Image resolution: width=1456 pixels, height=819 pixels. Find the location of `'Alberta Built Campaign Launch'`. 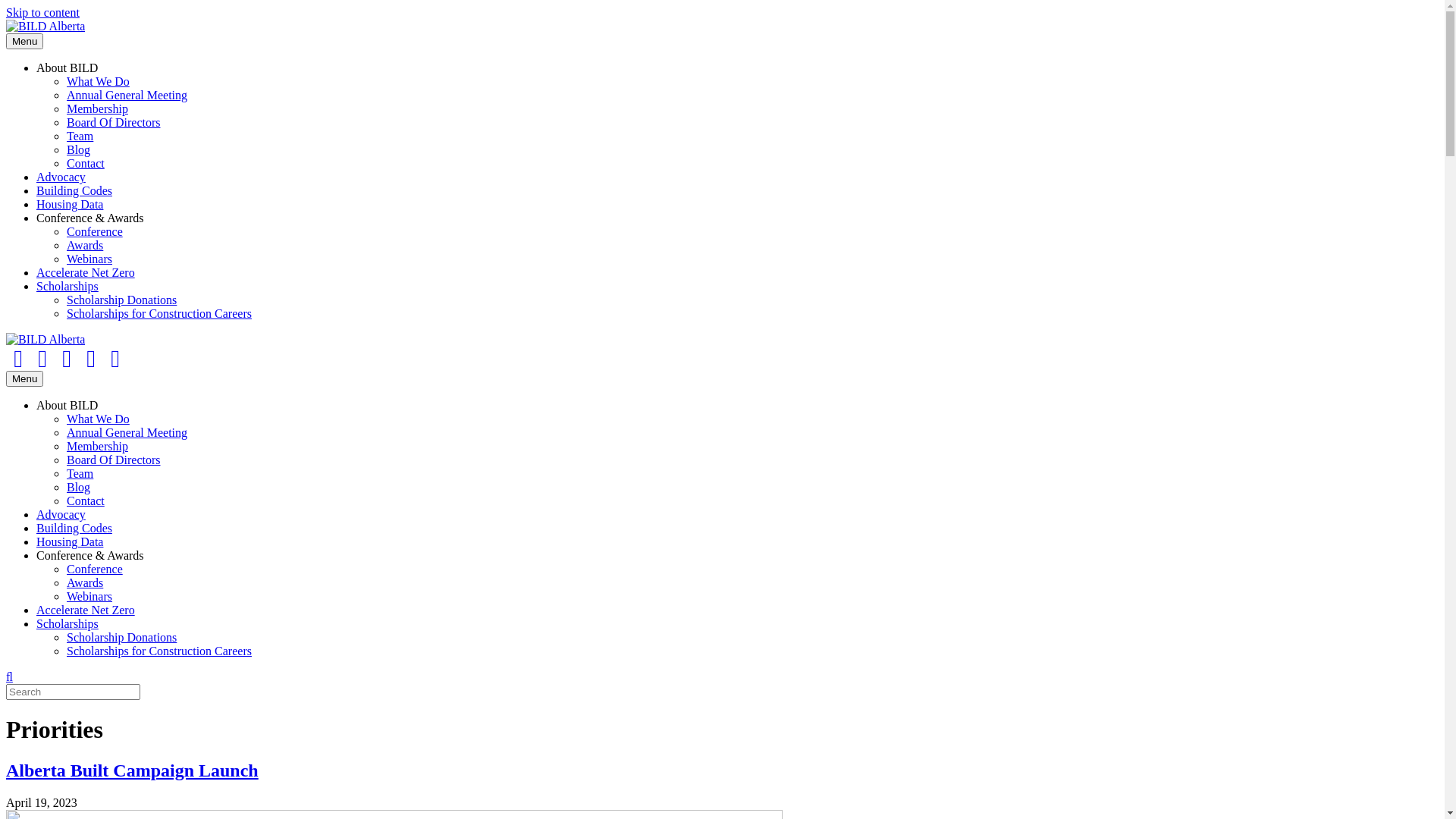

'Alberta Built Campaign Launch' is located at coordinates (6, 770).